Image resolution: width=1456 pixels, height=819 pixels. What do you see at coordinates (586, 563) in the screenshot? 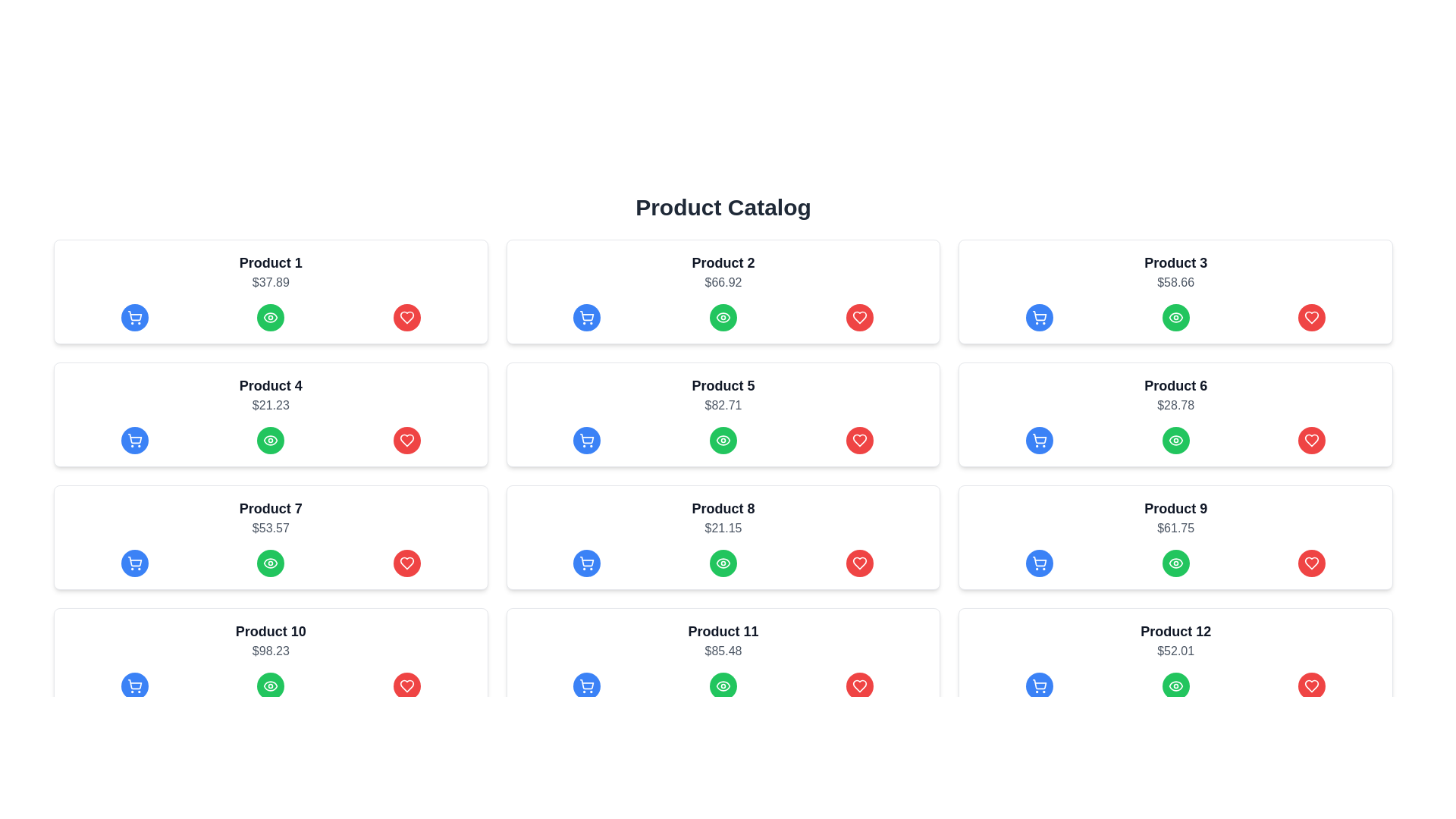
I see `the shopping cart icon with a blue circular background located in the action button group of the product card labeled 'Product 8' to initiate an add-to-cart action` at bounding box center [586, 563].